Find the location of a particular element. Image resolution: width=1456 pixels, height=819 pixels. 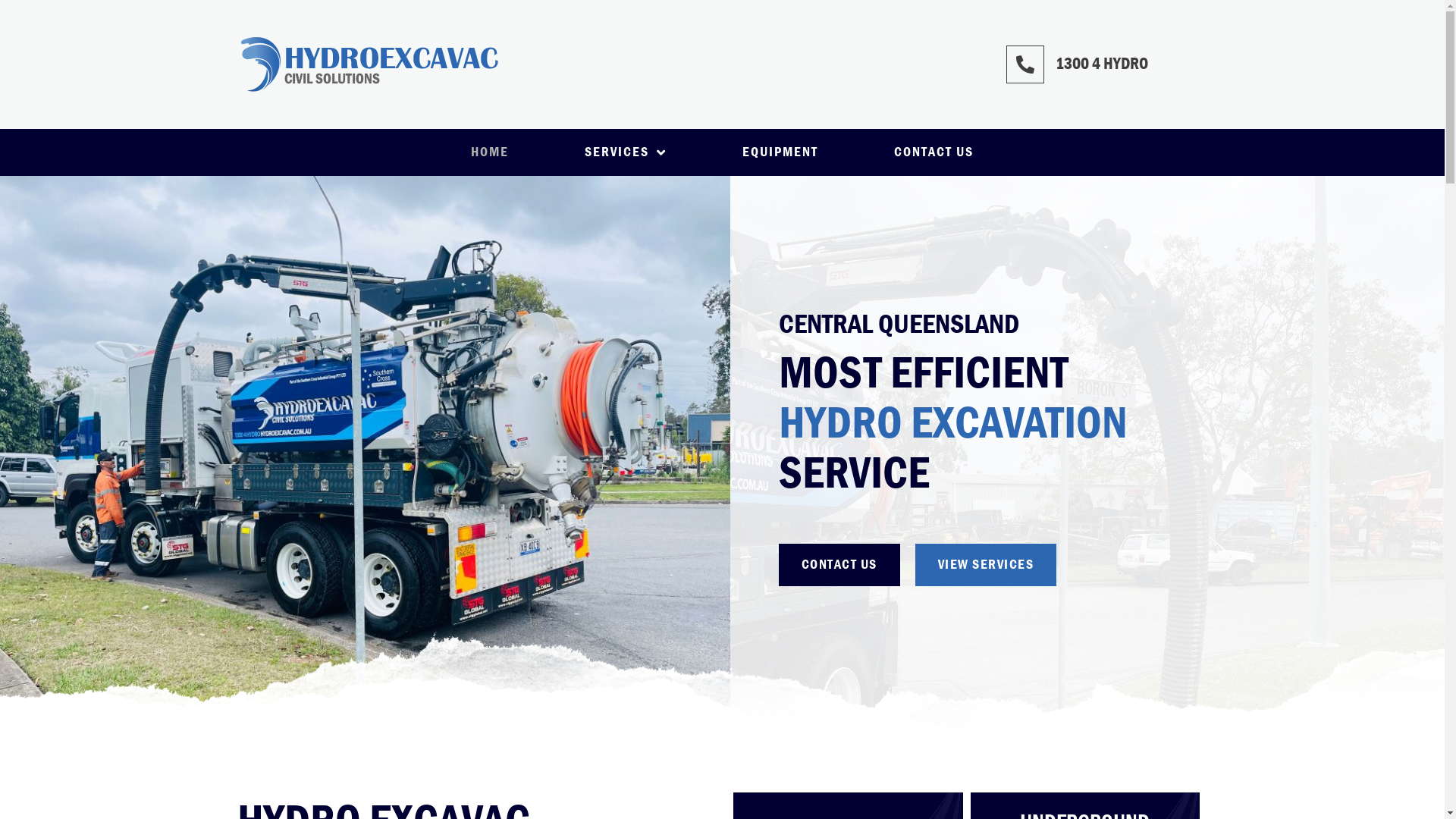

'EQUIPMENT' is located at coordinates (780, 152).